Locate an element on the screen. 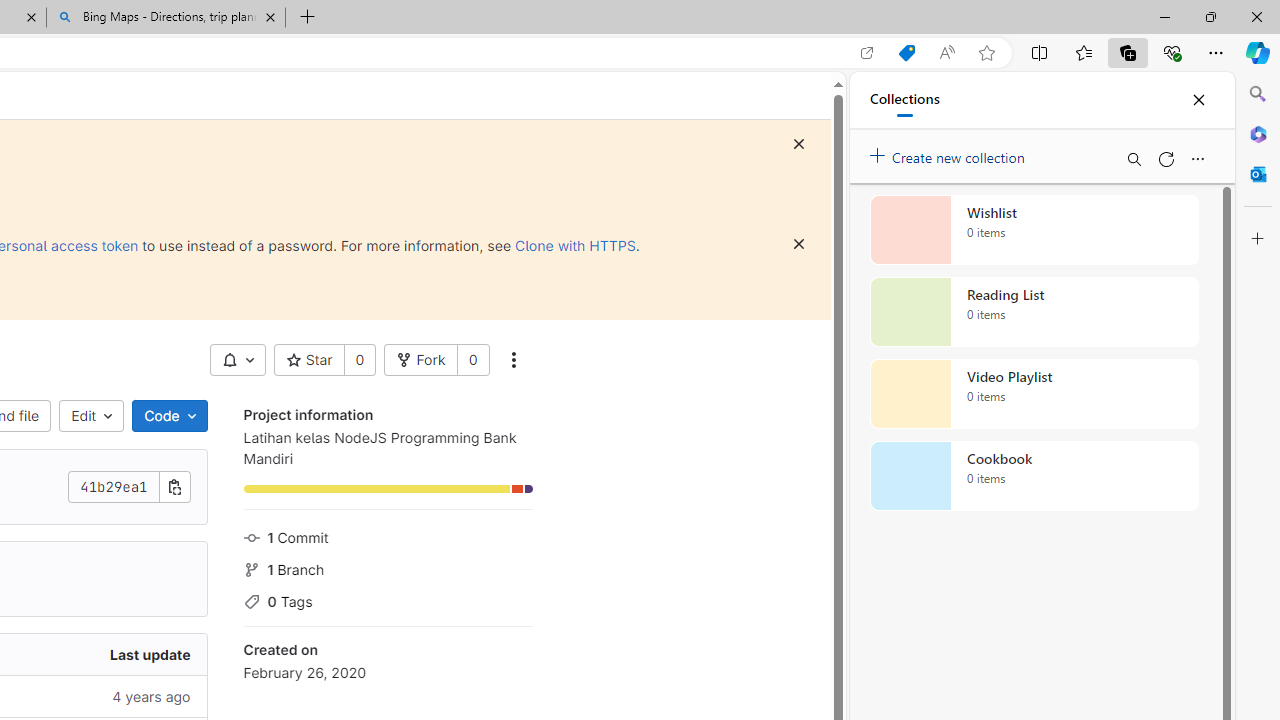  'Add this page to favorites (Ctrl+D)' is located at coordinates (986, 52).